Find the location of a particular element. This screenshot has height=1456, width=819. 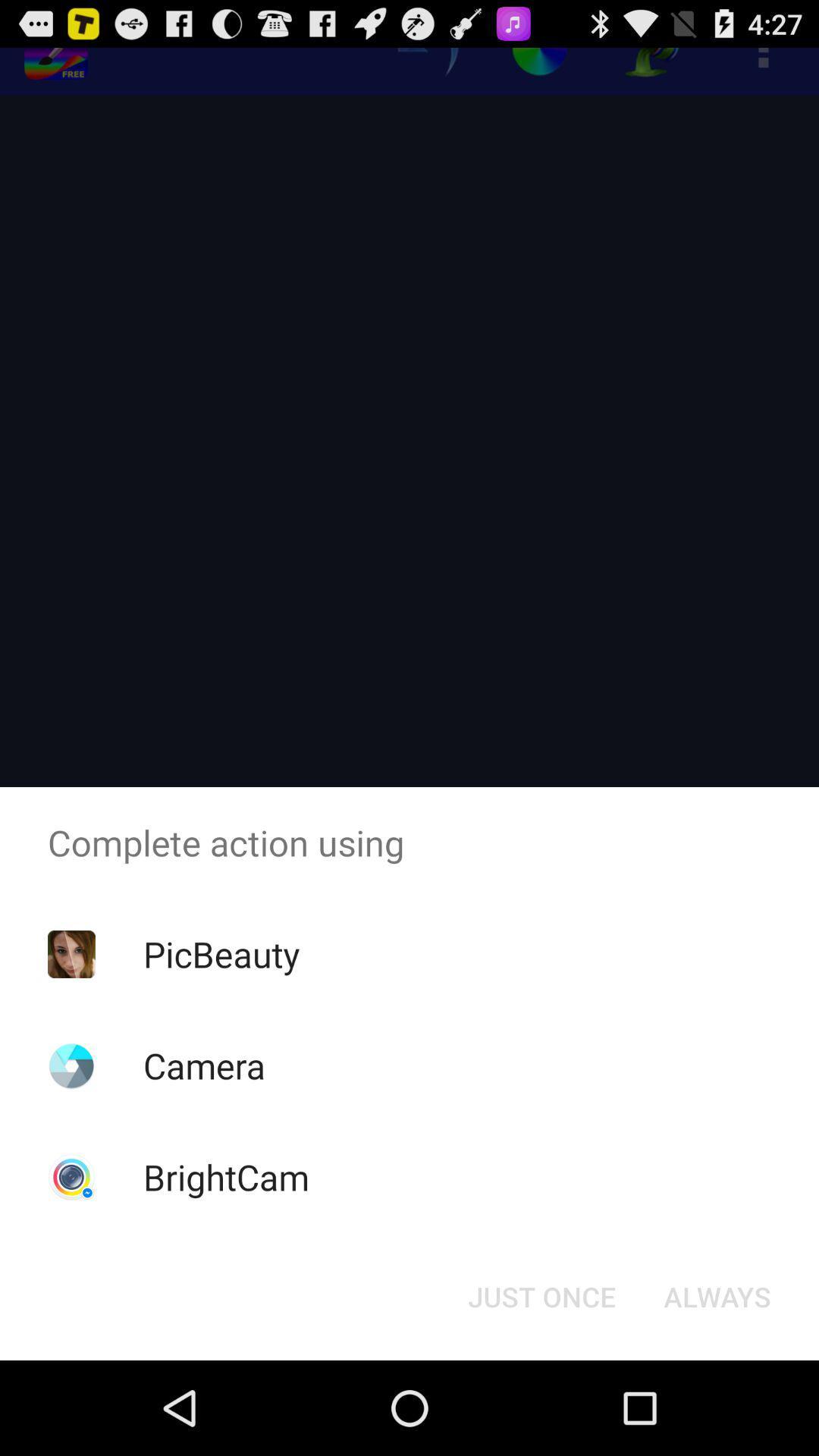

icon at the bottom is located at coordinates (541, 1295).